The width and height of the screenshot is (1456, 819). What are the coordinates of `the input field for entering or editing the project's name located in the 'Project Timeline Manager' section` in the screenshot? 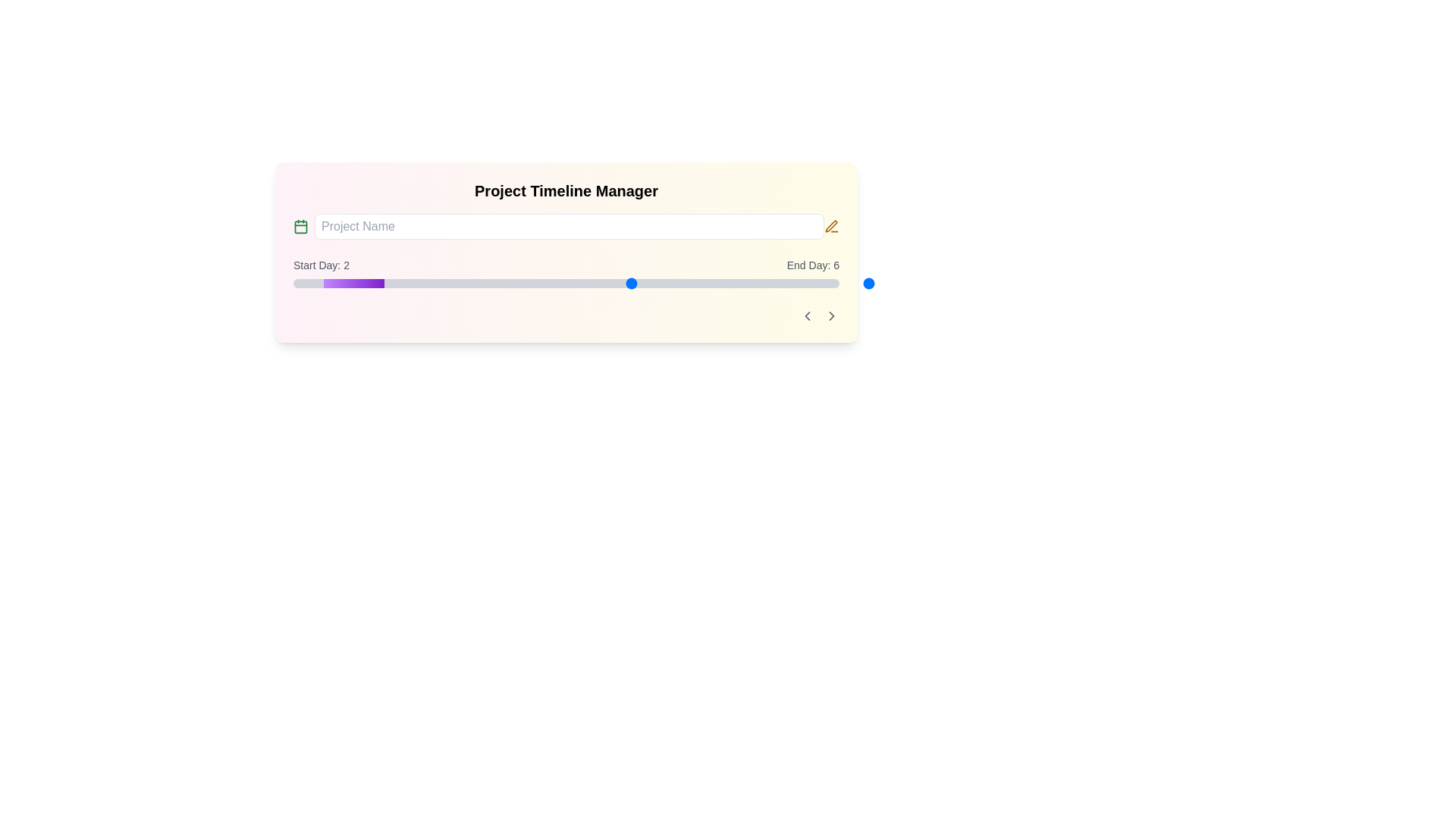 It's located at (566, 227).